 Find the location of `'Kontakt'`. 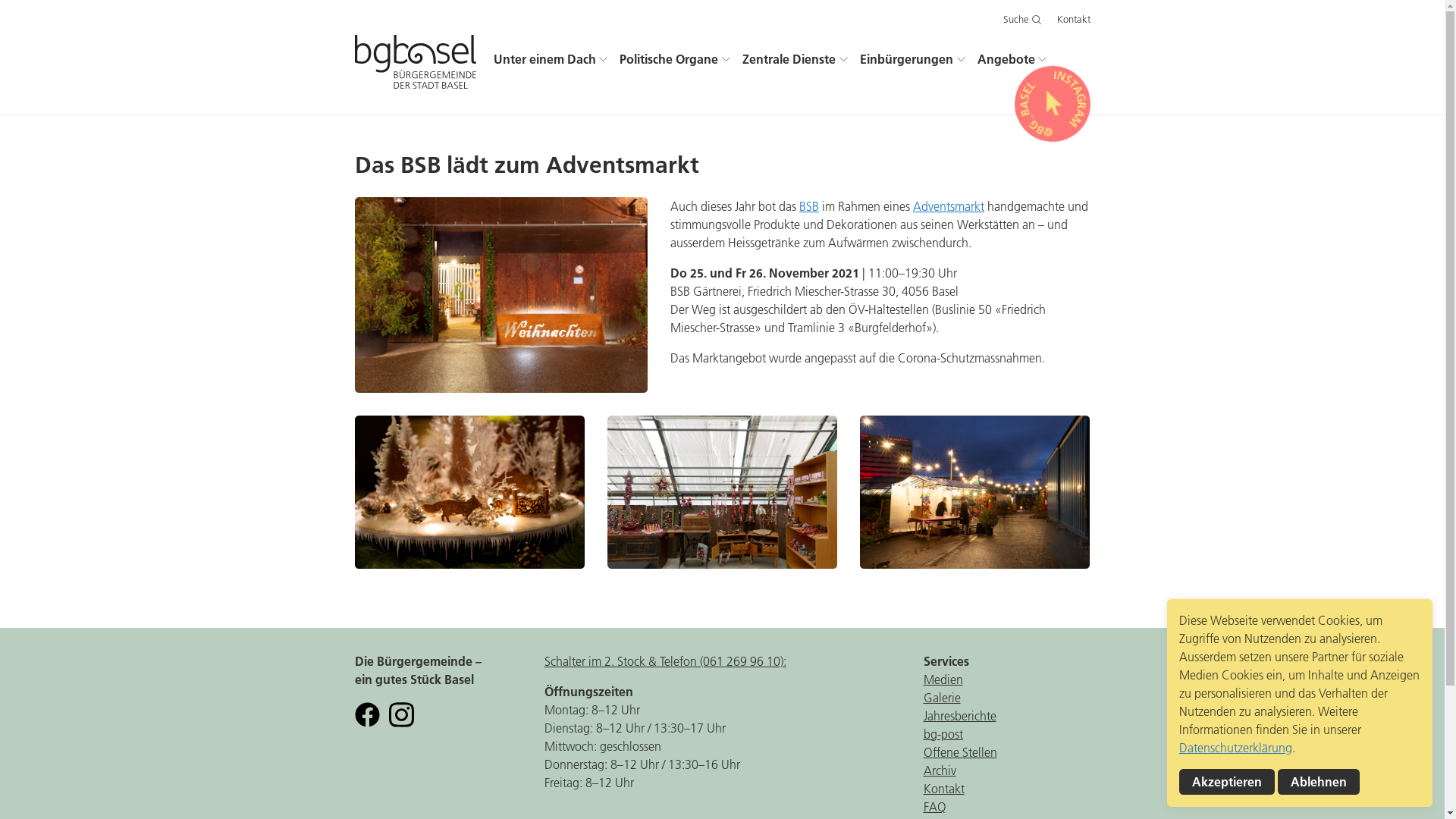

'Kontakt' is located at coordinates (943, 788).